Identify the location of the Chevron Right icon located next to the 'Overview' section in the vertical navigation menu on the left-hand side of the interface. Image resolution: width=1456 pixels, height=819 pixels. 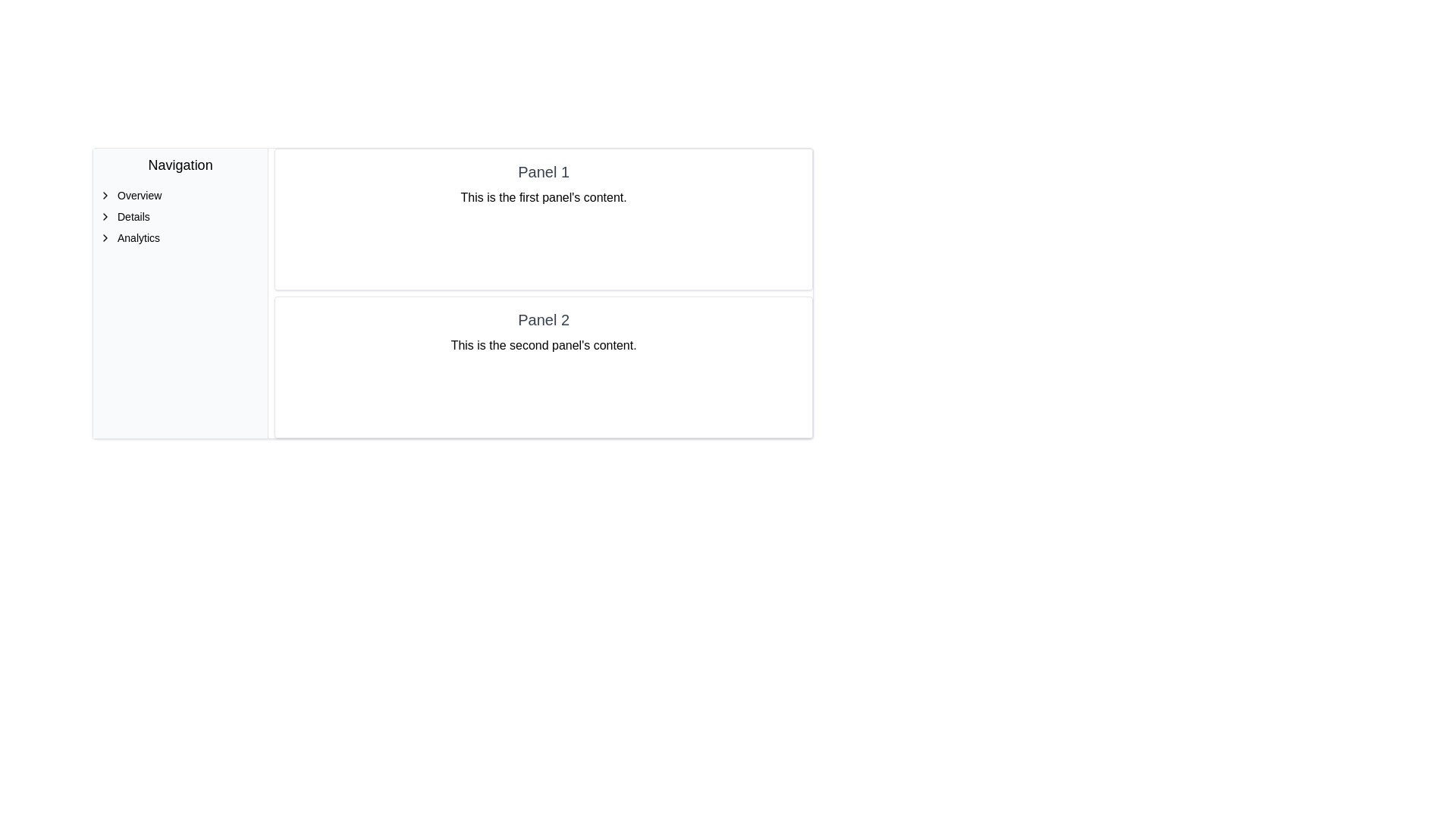
(105, 195).